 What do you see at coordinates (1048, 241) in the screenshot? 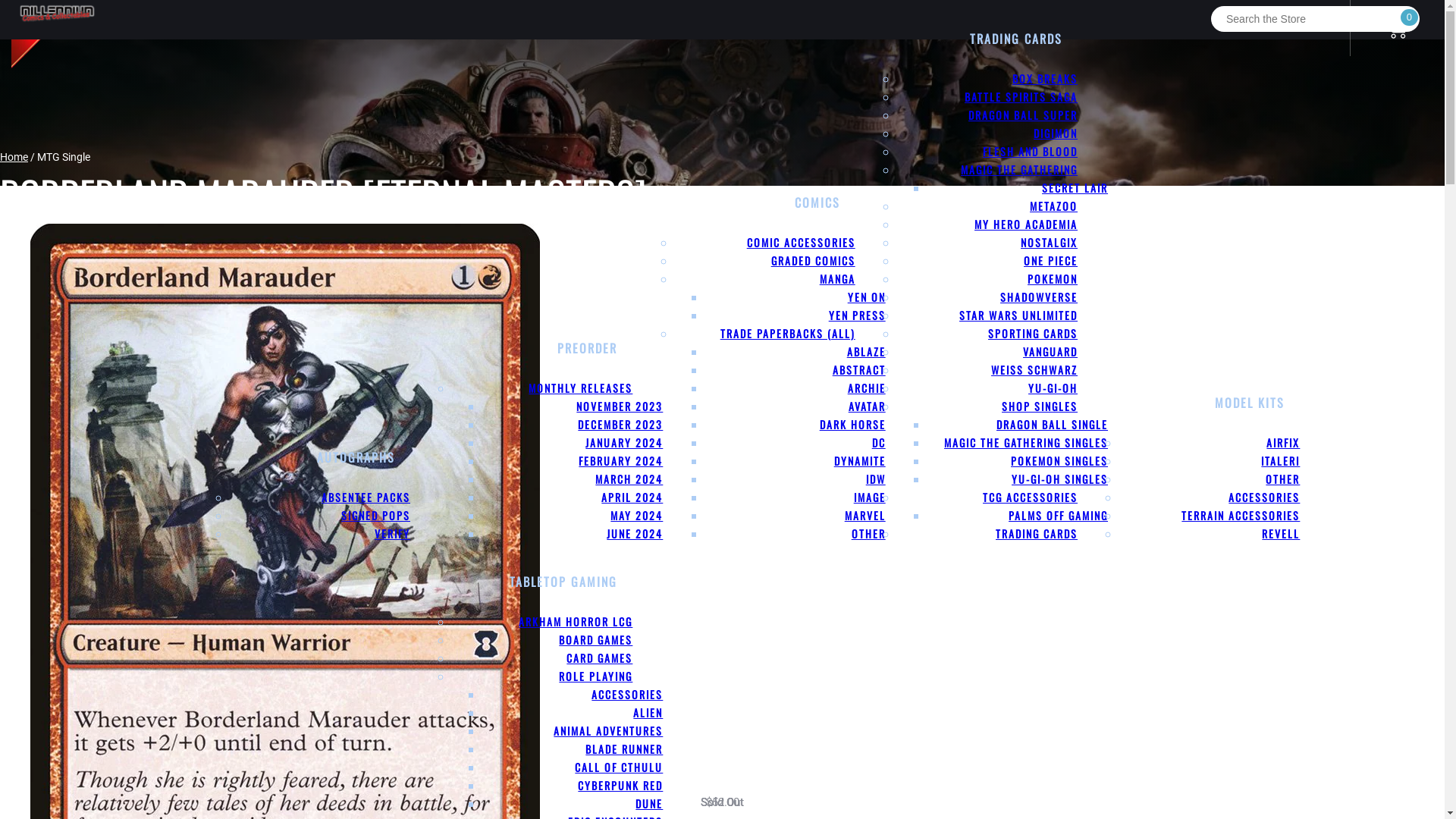
I see `'NOSTALGIX'` at bounding box center [1048, 241].